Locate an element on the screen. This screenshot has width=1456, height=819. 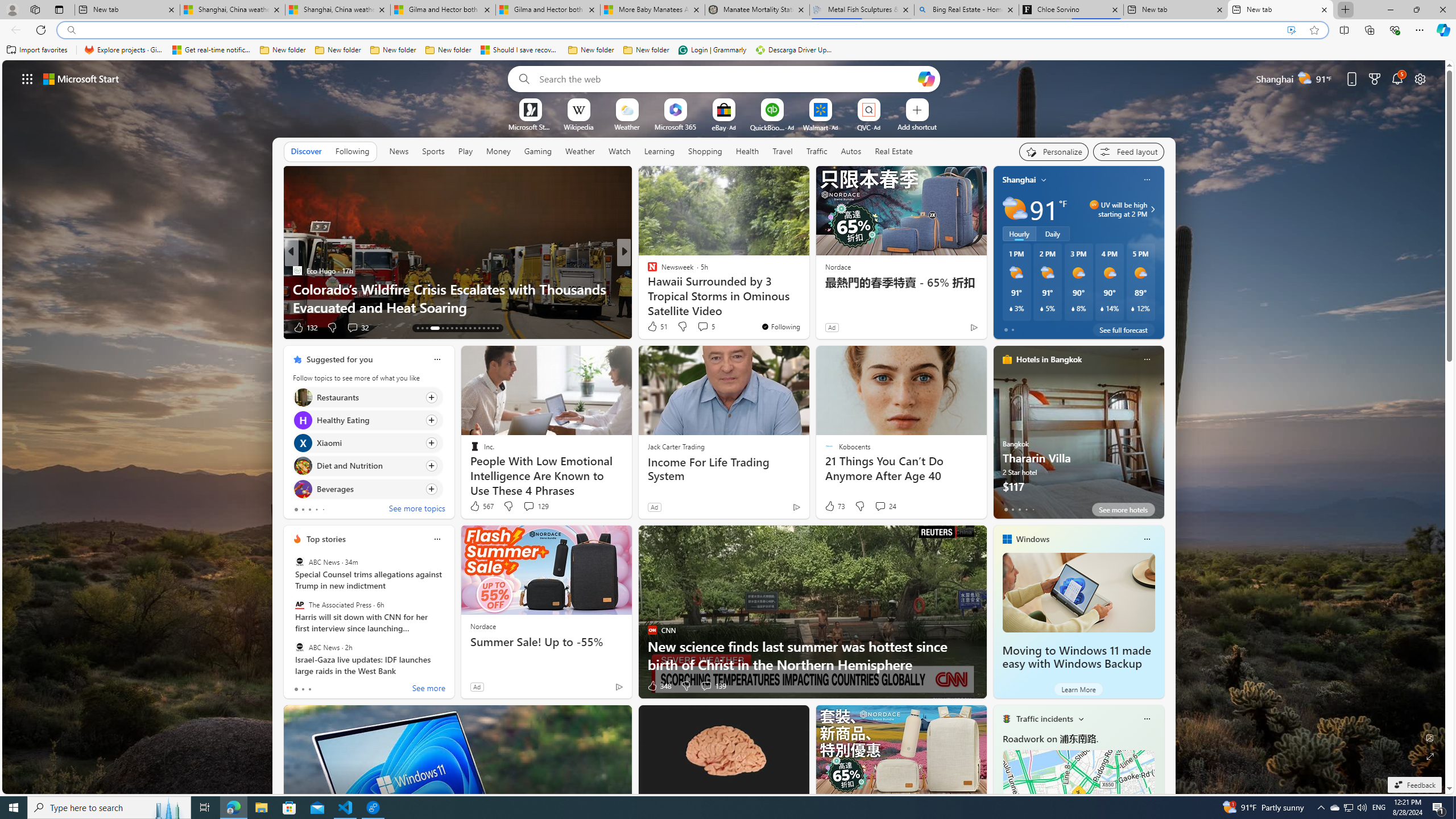
'Learning' is located at coordinates (659, 151).